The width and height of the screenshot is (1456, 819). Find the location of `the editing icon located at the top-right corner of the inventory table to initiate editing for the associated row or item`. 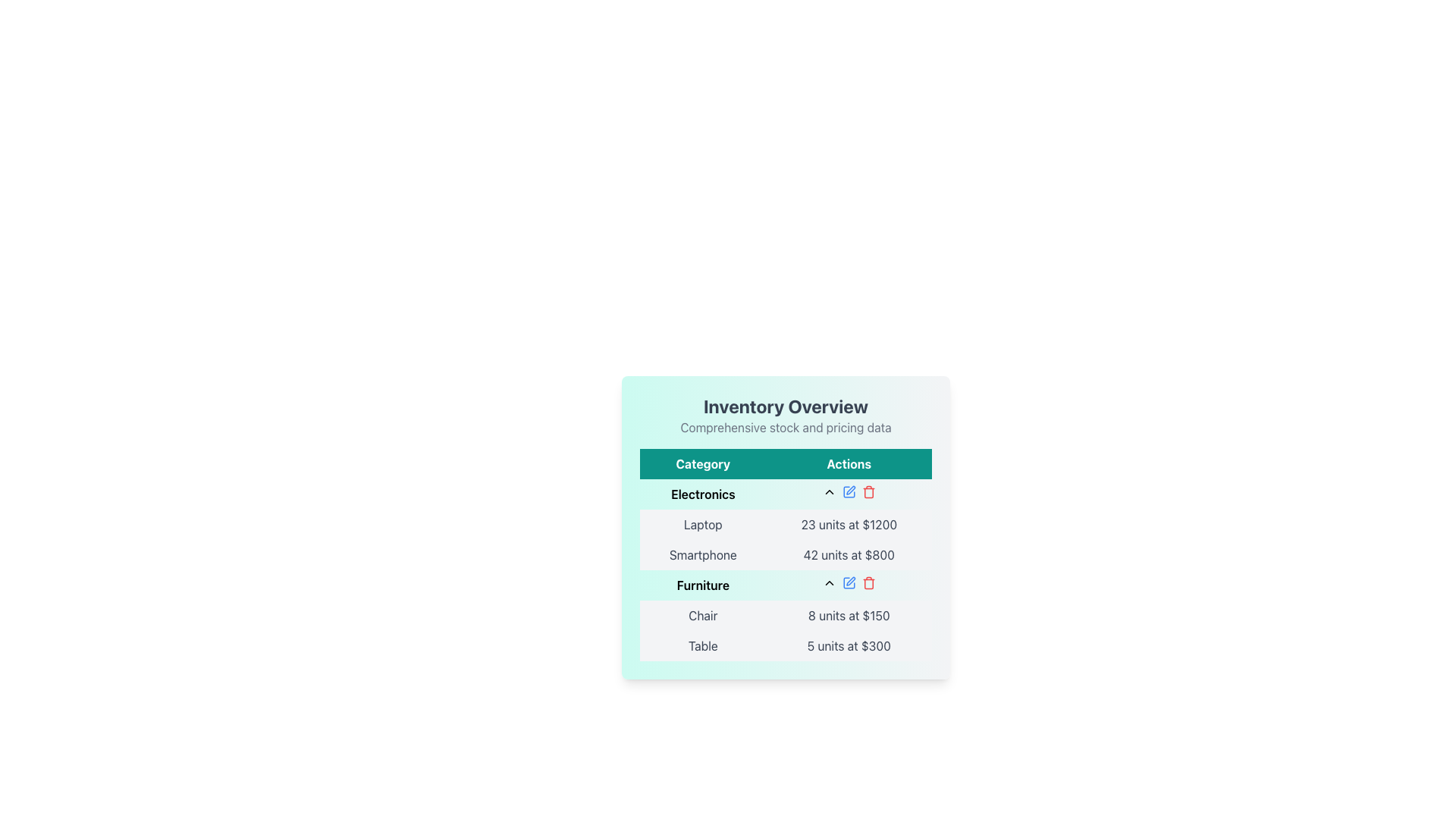

the editing icon located at the top-right corner of the inventory table to initiate editing for the associated row or item is located at coordinates (851, 580).